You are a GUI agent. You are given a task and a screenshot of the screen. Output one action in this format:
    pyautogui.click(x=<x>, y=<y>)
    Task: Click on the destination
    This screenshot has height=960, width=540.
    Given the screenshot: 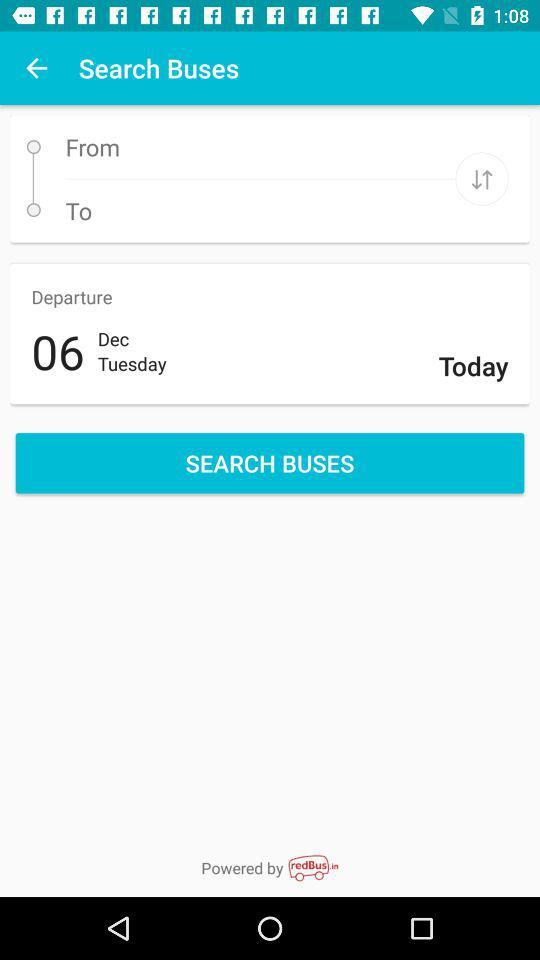 What is the action you would take?
    pyautogui.click(x=481, y=178)
    